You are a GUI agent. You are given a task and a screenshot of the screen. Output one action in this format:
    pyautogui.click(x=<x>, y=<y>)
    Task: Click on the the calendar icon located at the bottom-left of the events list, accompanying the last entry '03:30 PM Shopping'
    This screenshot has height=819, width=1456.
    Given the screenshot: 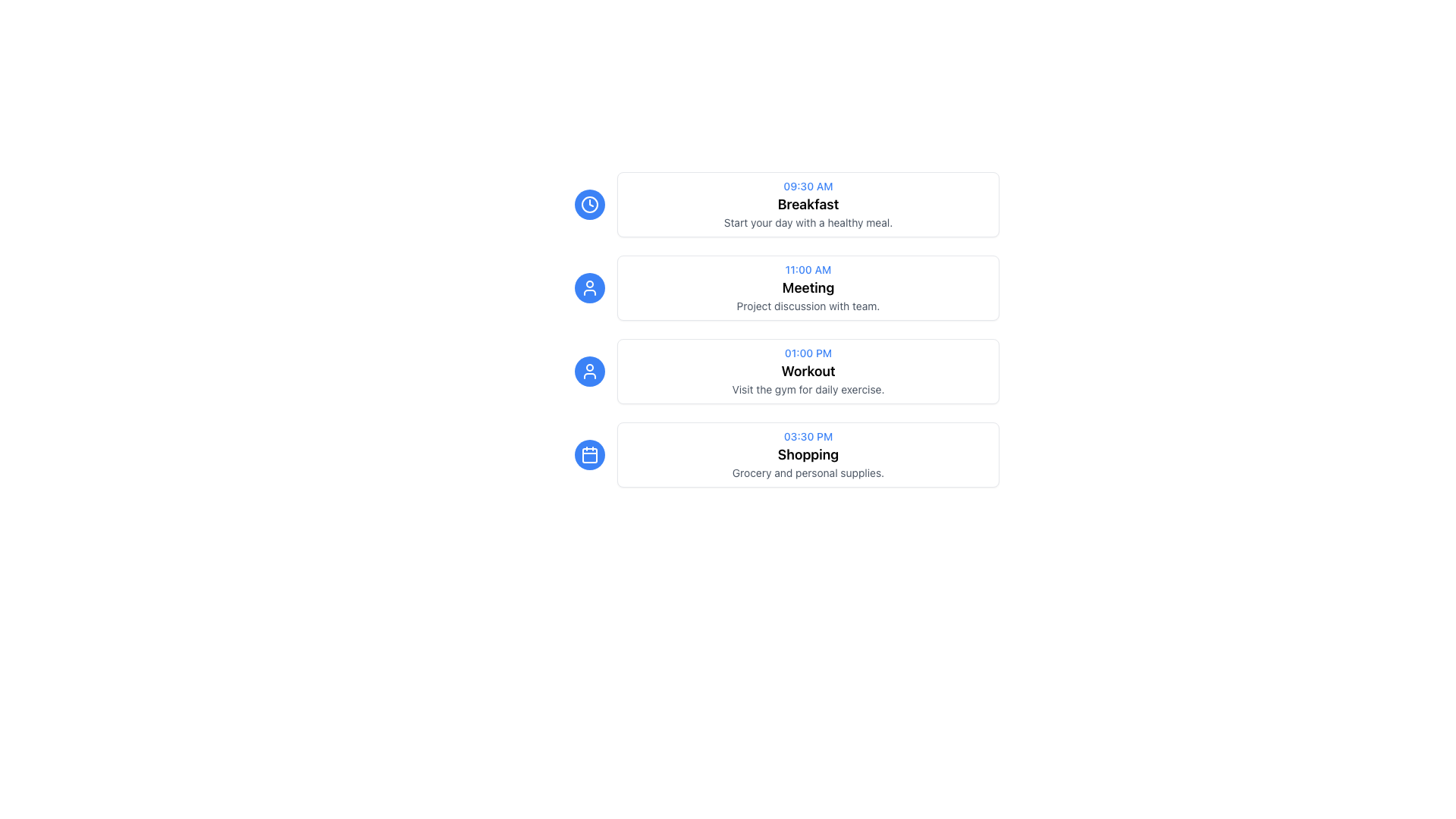 What is the action you would take?
    pyautogui.click(x=588, y=454)
    